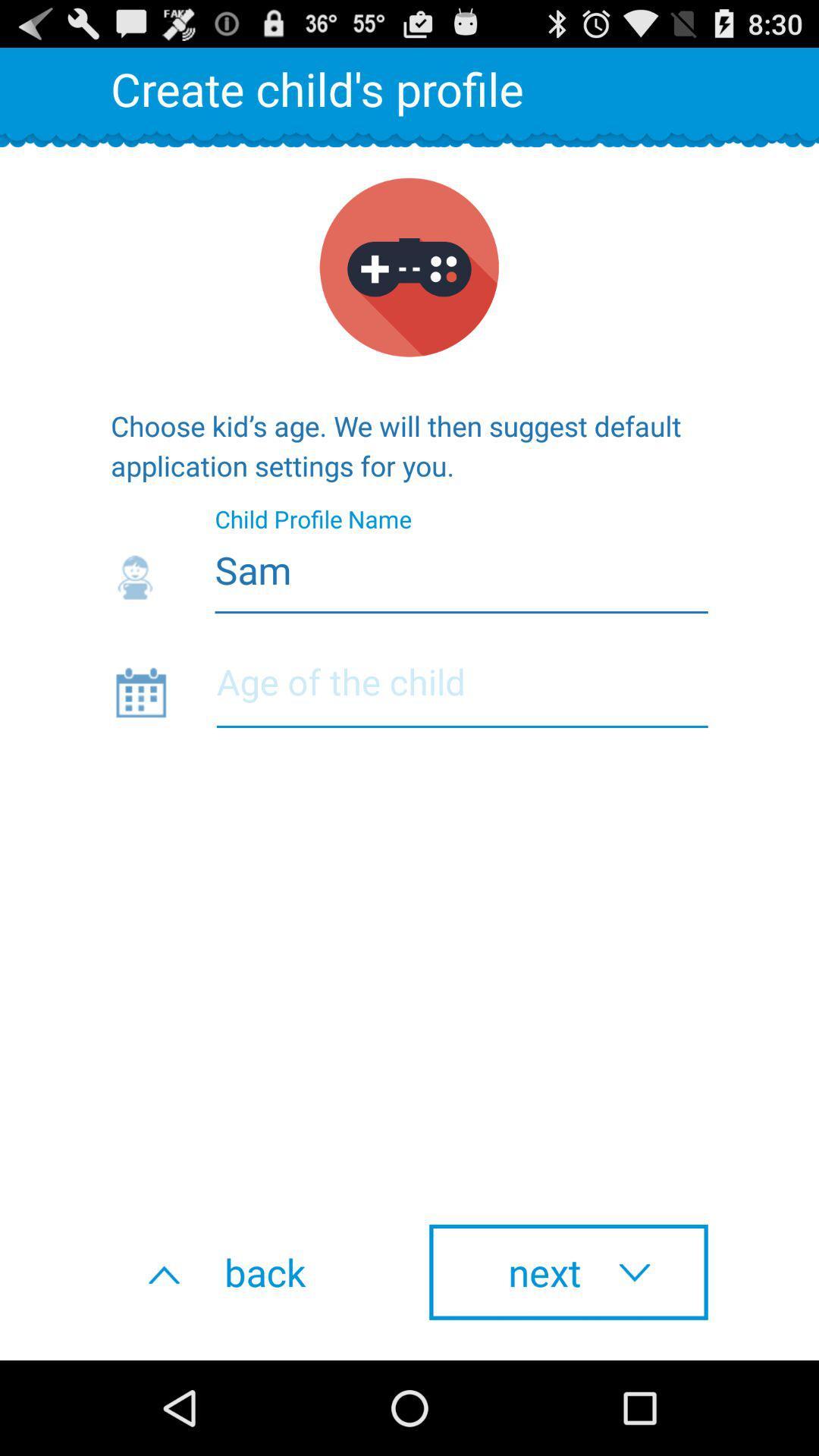 The width and height of the screenshot is (819, 1456). What do you see at coordinates (461, 691) in the screenshot?
I see `age of child` at bounding box center [461, 691].